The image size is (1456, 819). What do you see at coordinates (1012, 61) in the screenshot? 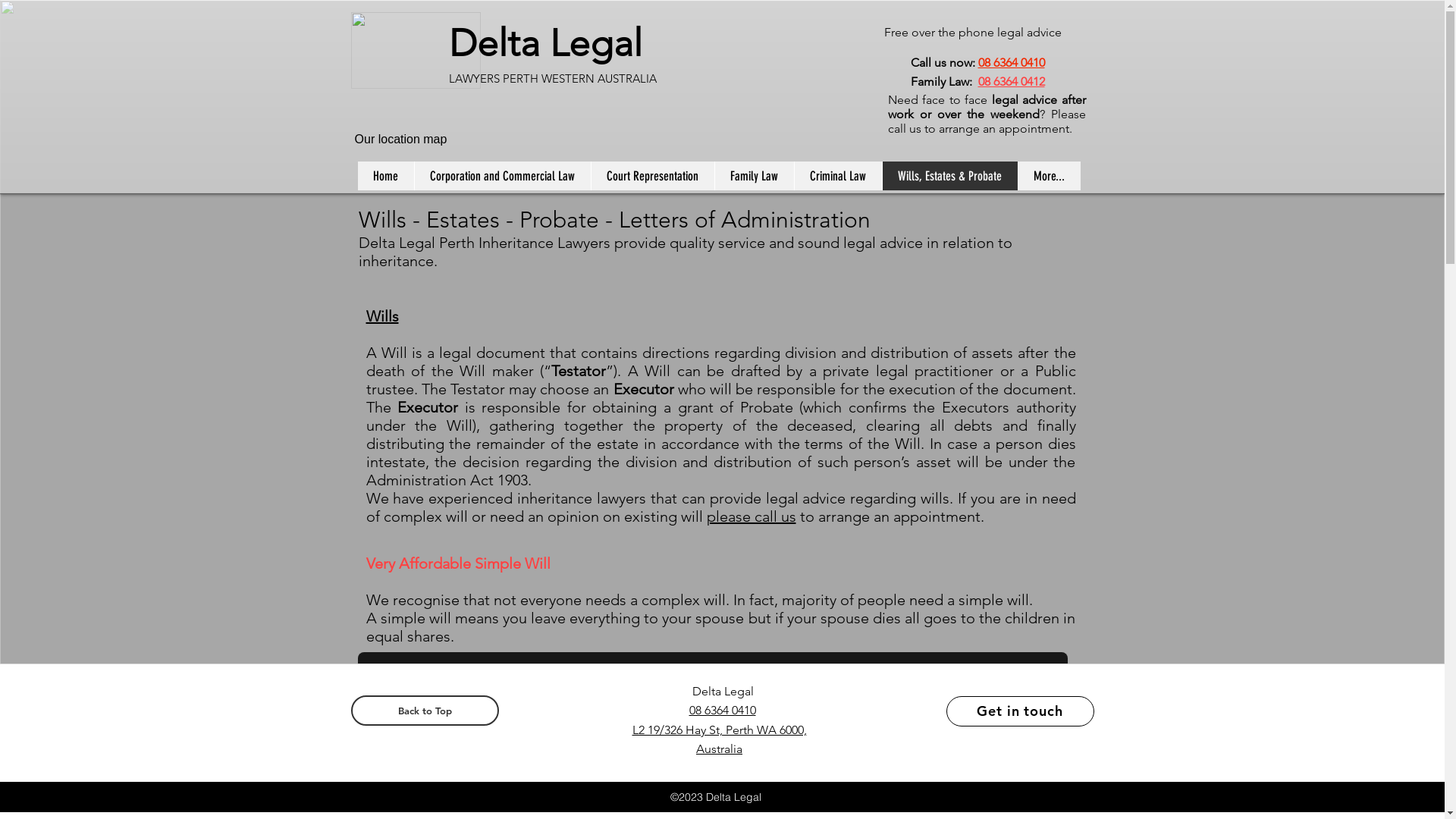
I see `'08 6364 0410'` at bounding box center [1012, 61].